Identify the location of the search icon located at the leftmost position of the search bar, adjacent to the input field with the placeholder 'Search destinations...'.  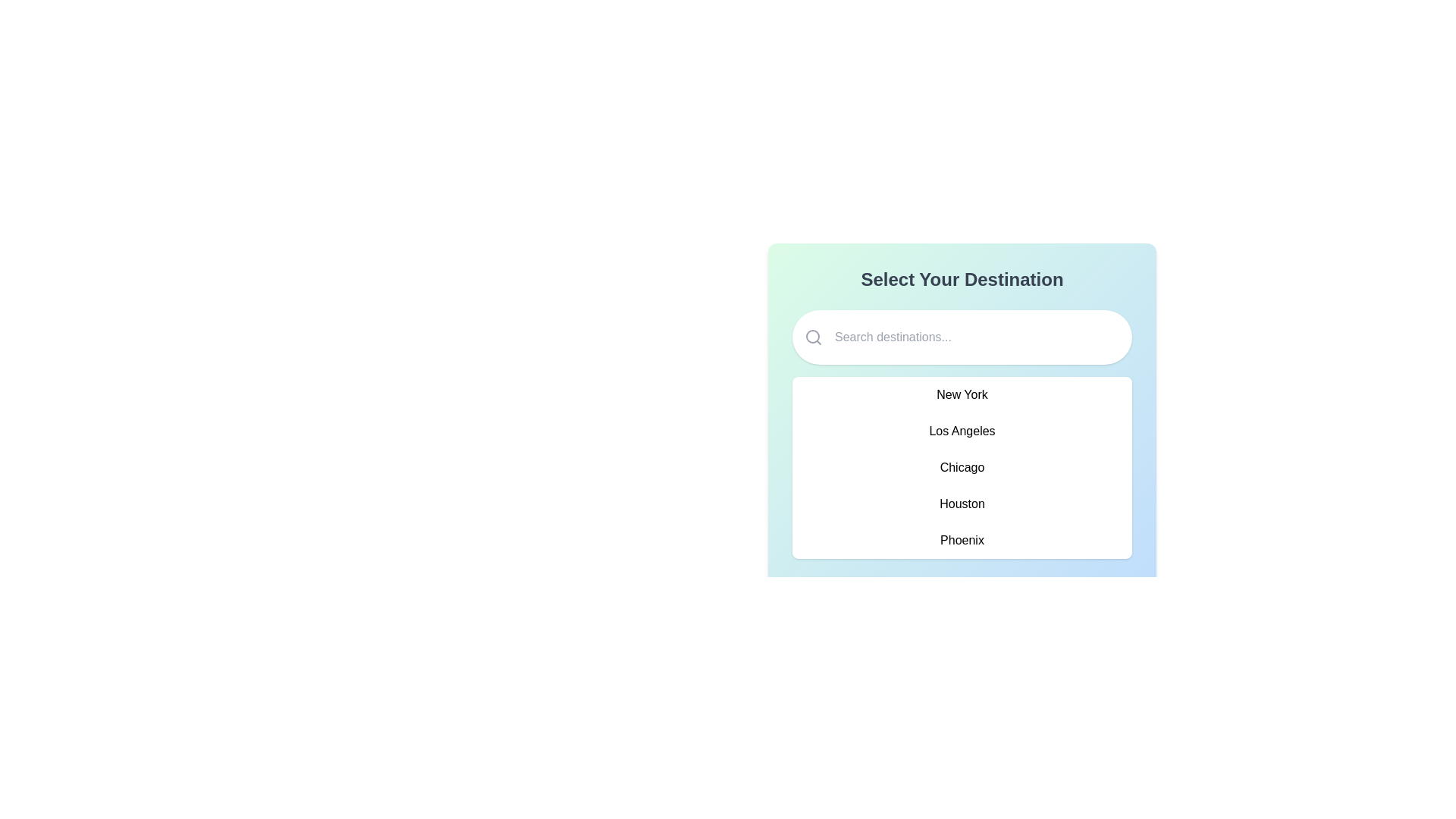
(813, 336).